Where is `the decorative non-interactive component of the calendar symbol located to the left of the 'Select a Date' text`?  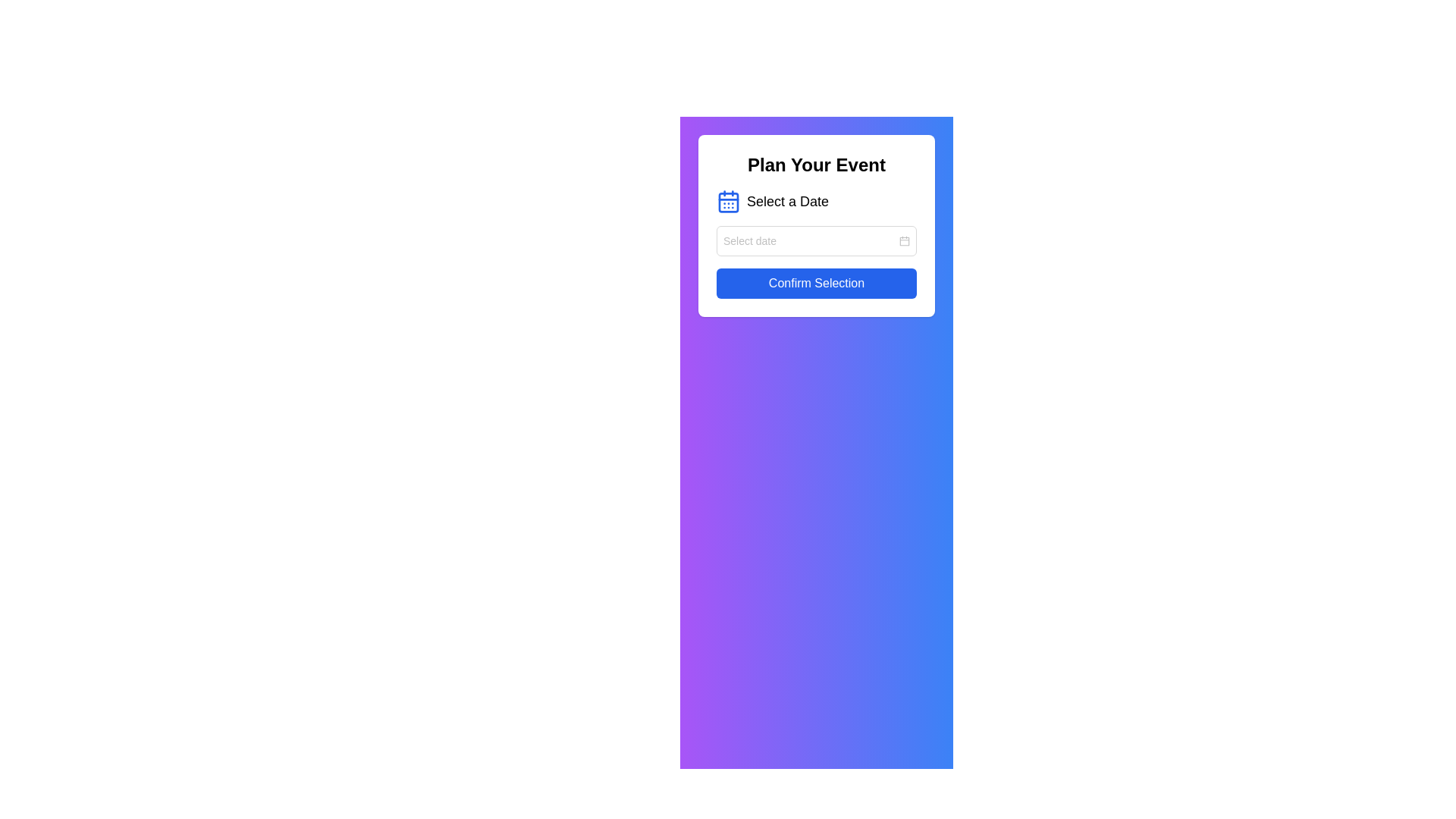
the decorative non-interactive component of the calendar symbol located to the left of the 'Select a Date' text is located at coordinates (728, 201).